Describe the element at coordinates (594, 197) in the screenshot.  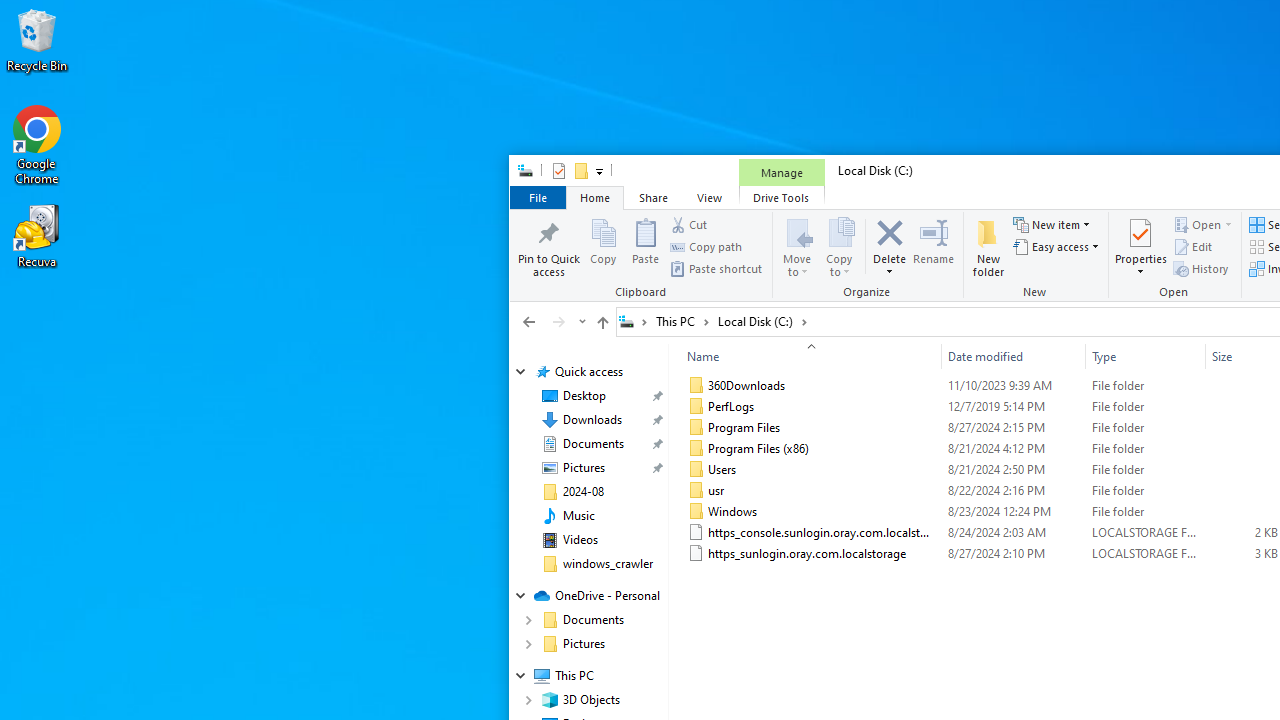
I see `'Home'` at that location.